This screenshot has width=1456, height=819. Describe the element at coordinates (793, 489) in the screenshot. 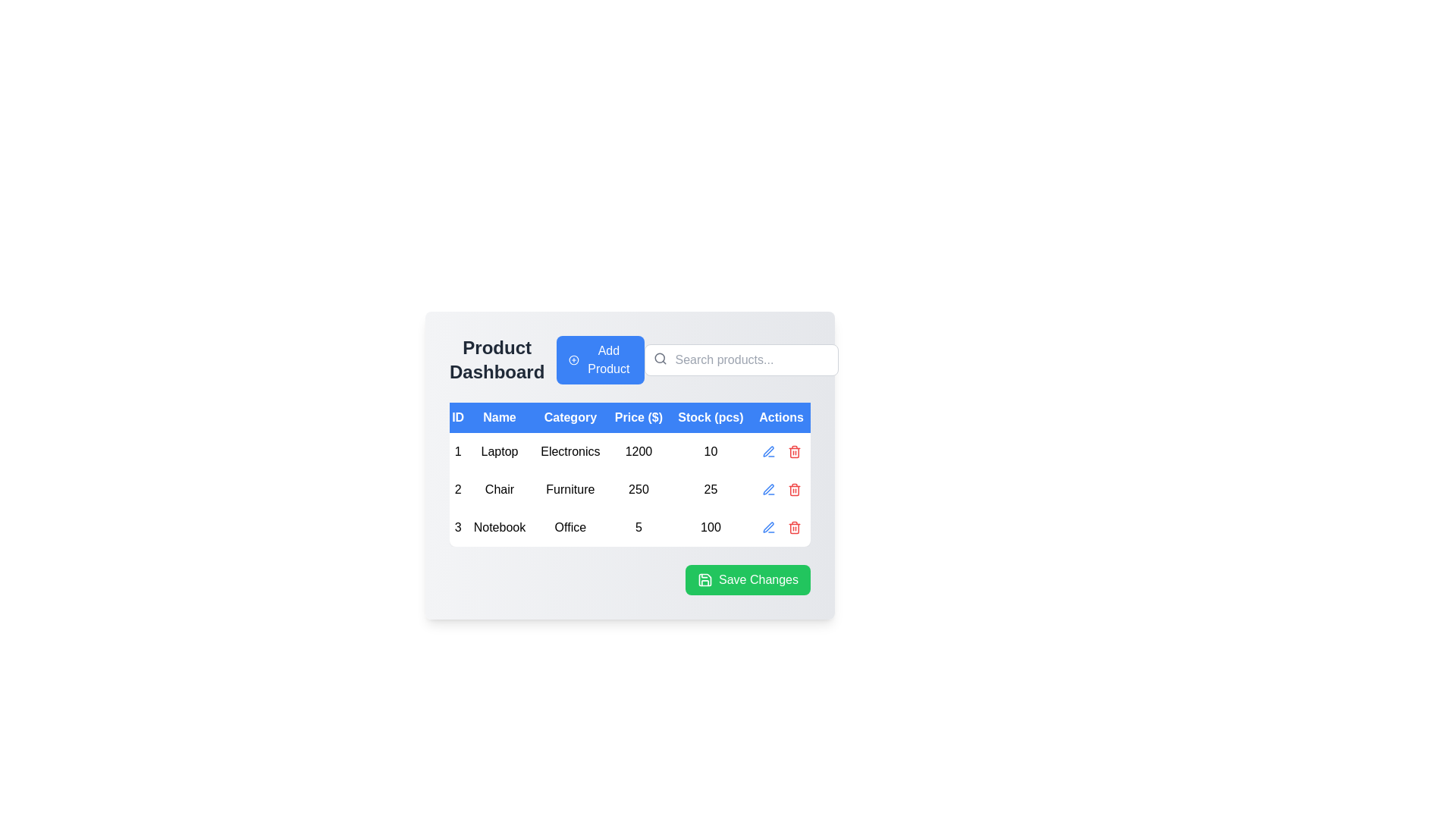

I see `the red trash bin icon in the 'Actions' column of the second row of the table to initiate the delete action` at that location.